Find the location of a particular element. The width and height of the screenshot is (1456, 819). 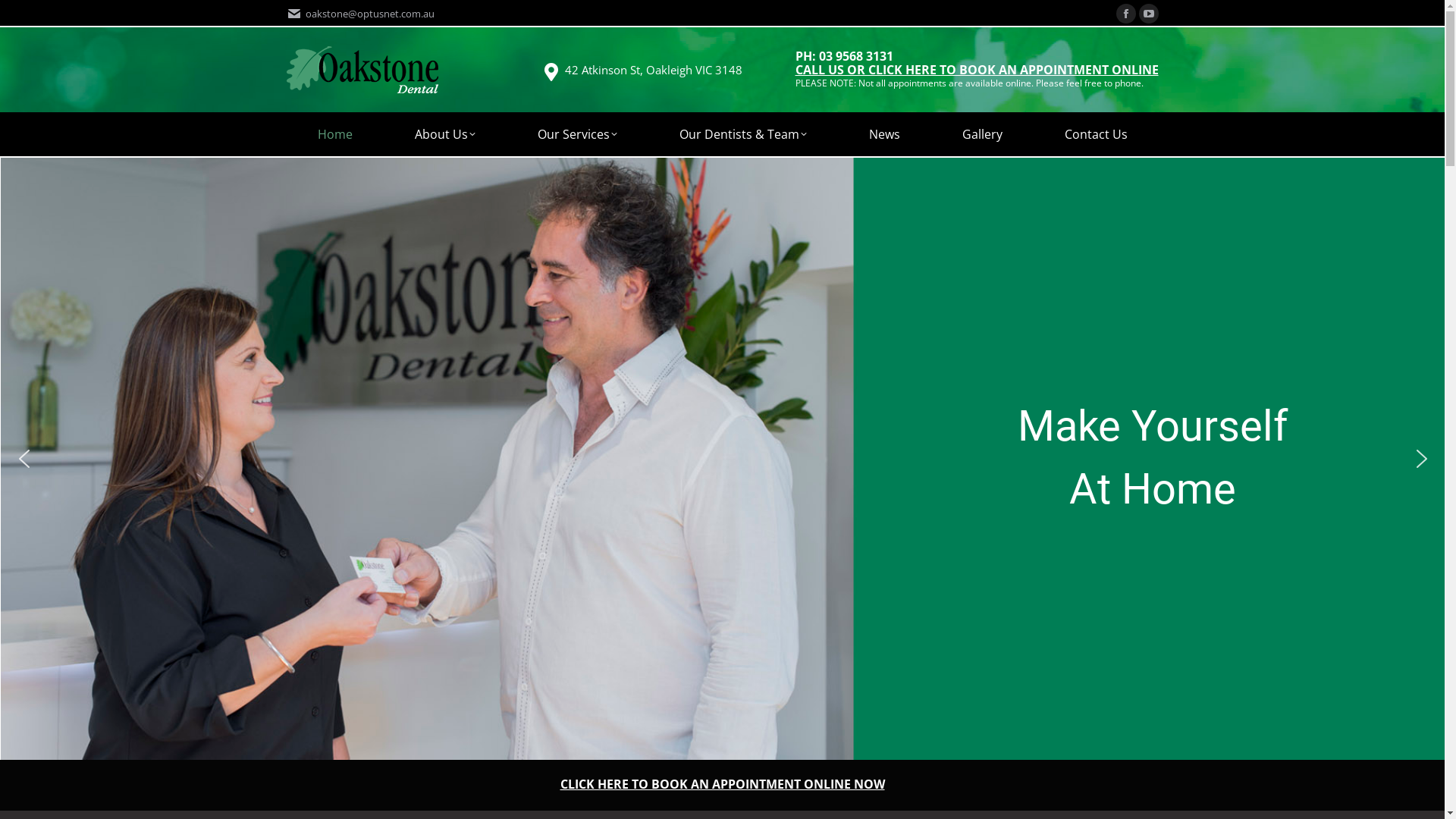

'Home' is located at coordinates (334, 133).